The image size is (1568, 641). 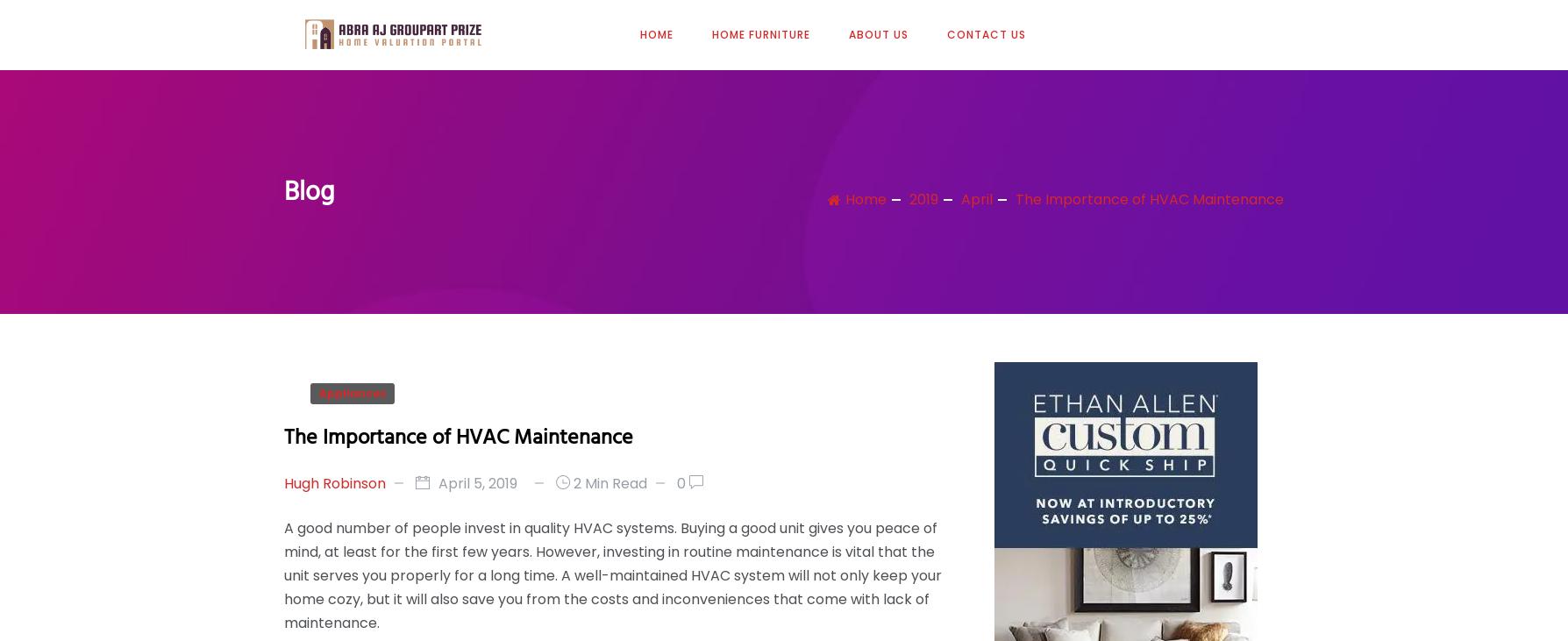 What do you see at coordinates (759, 32) in the screenshot?
I see `'Home Furniture'` at bounding box center [759, 32].